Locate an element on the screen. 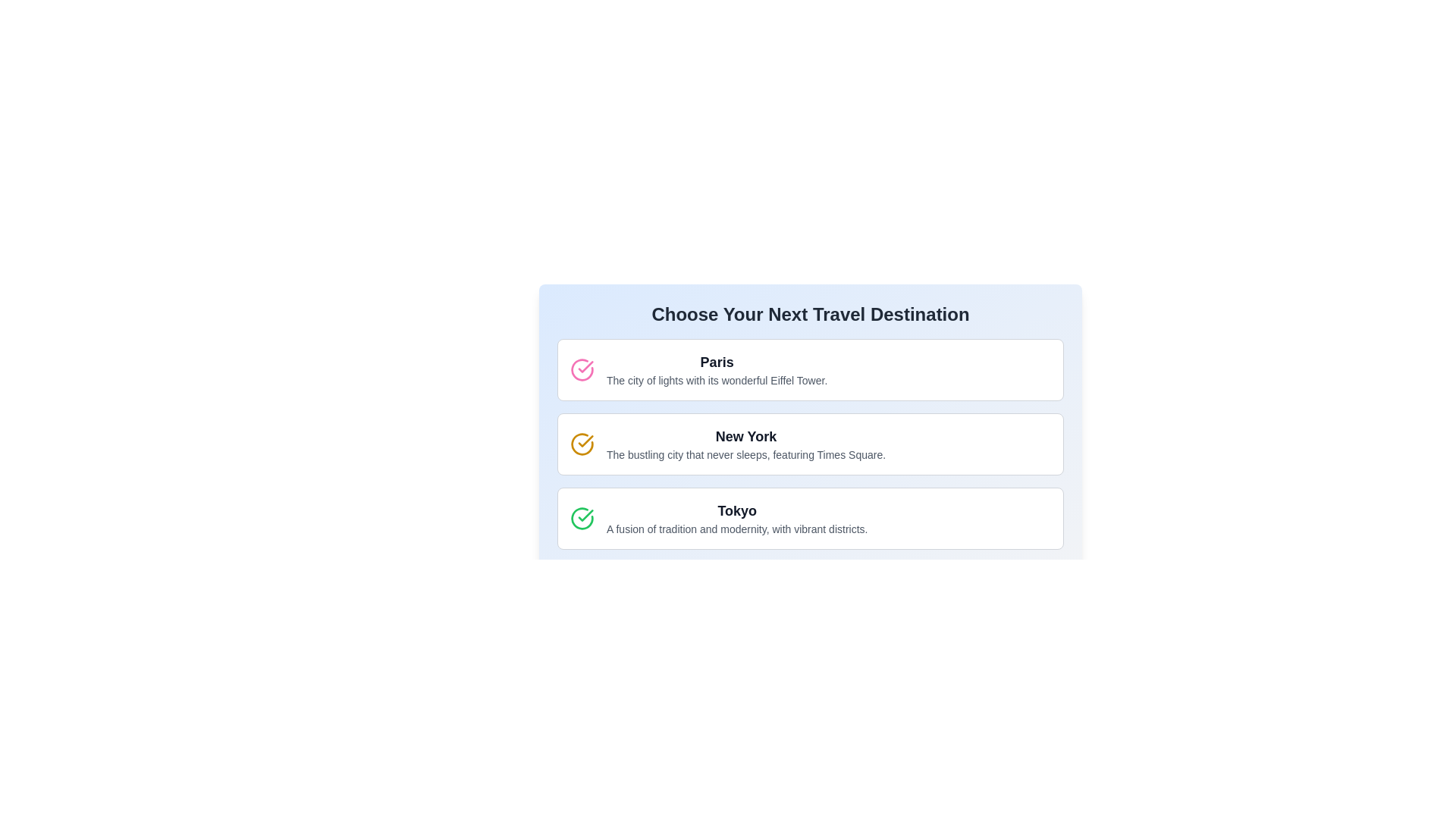  descriptive subtitle text for the travel destination Tokyo, which is located underneath the title in the third option of the vertical list is located at coordinates (737, 529).